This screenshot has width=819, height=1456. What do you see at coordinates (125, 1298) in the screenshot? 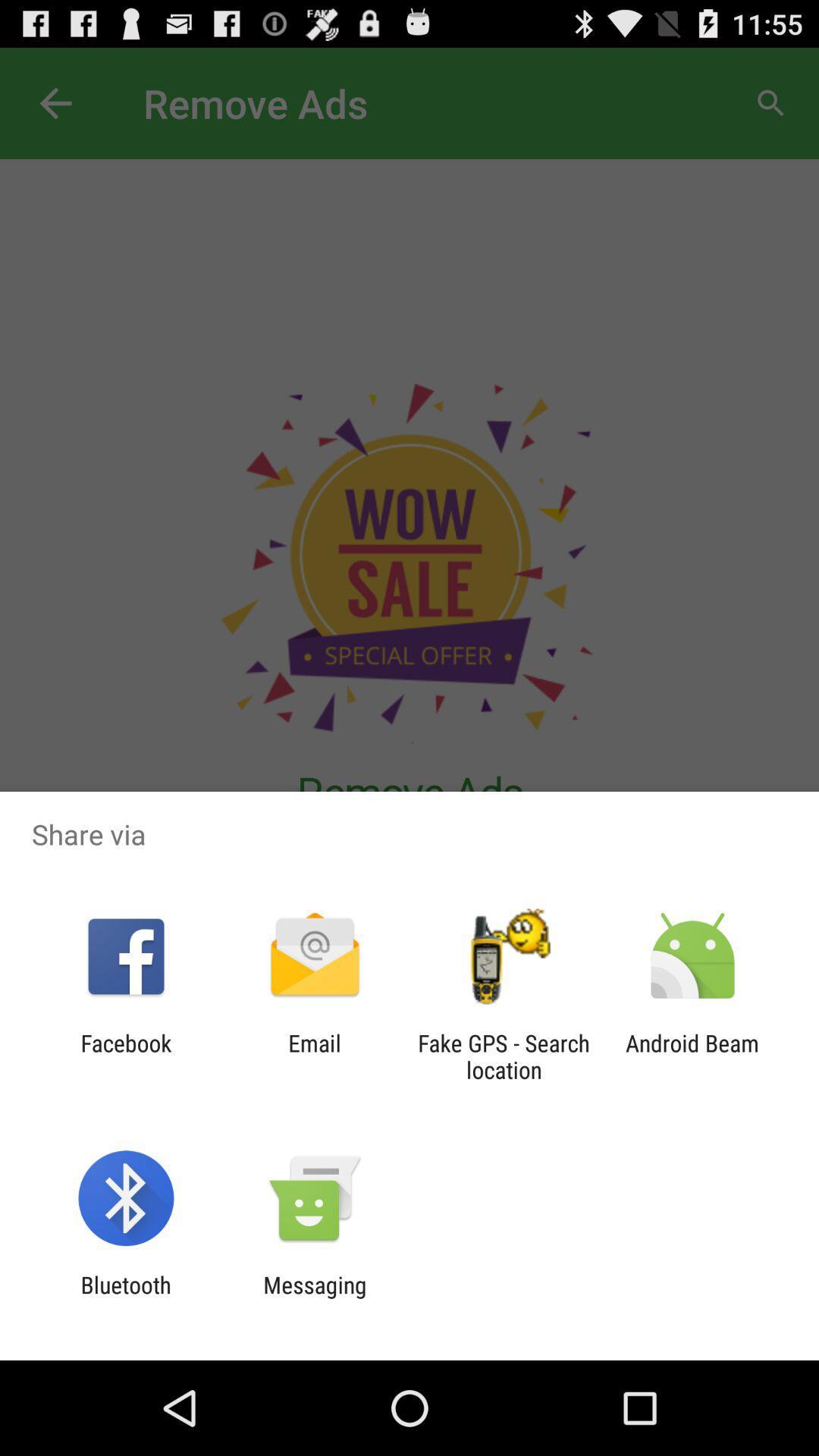
I see `the item next to messaging icon` at bounding box center [125, 1298].